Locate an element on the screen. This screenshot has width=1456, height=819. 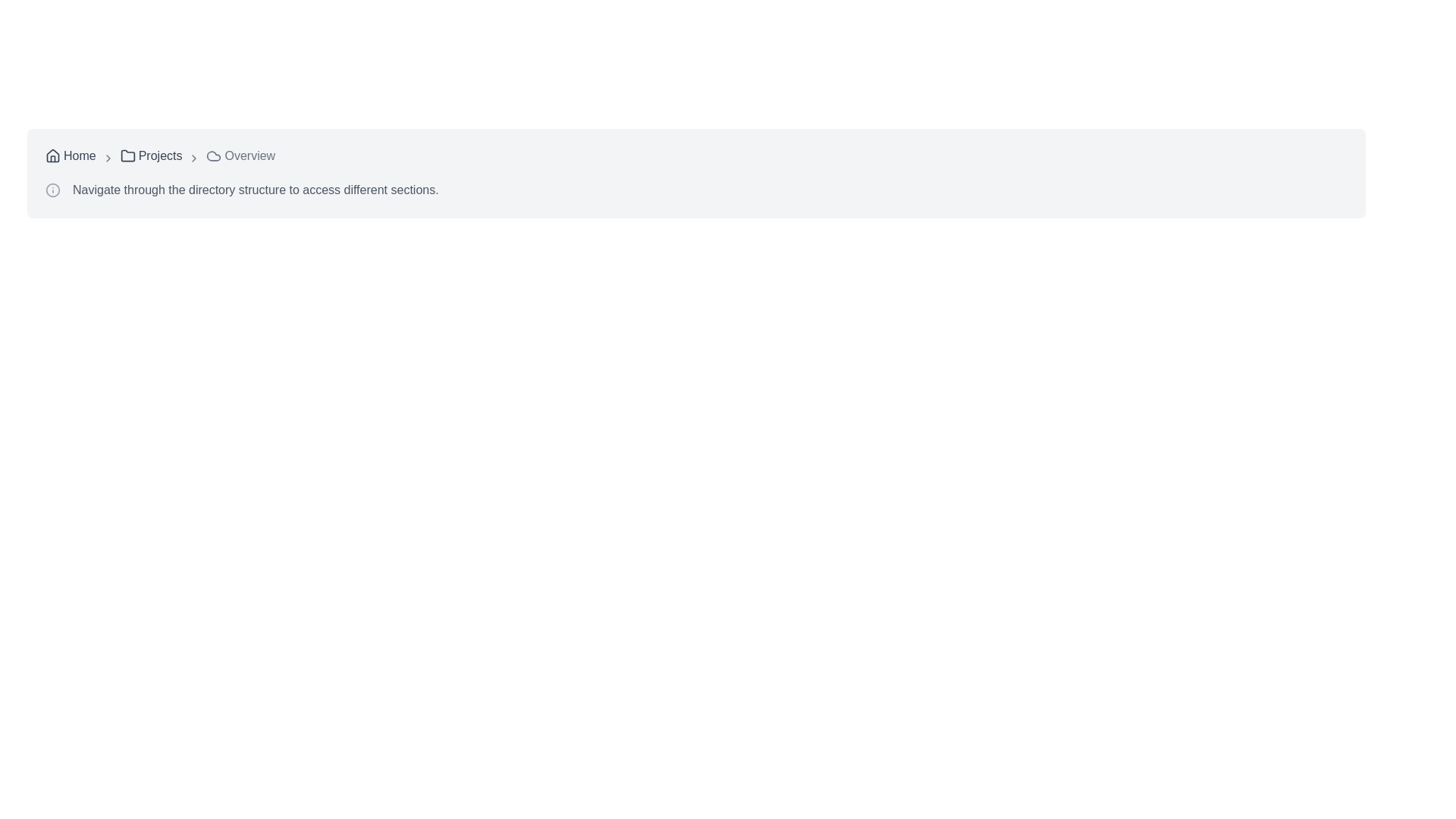
the second rightward-pointing arrow icon in the breadcrumb navigation bar, located between 'Projects' and 'Overview' is located at coordinates (193, 158).